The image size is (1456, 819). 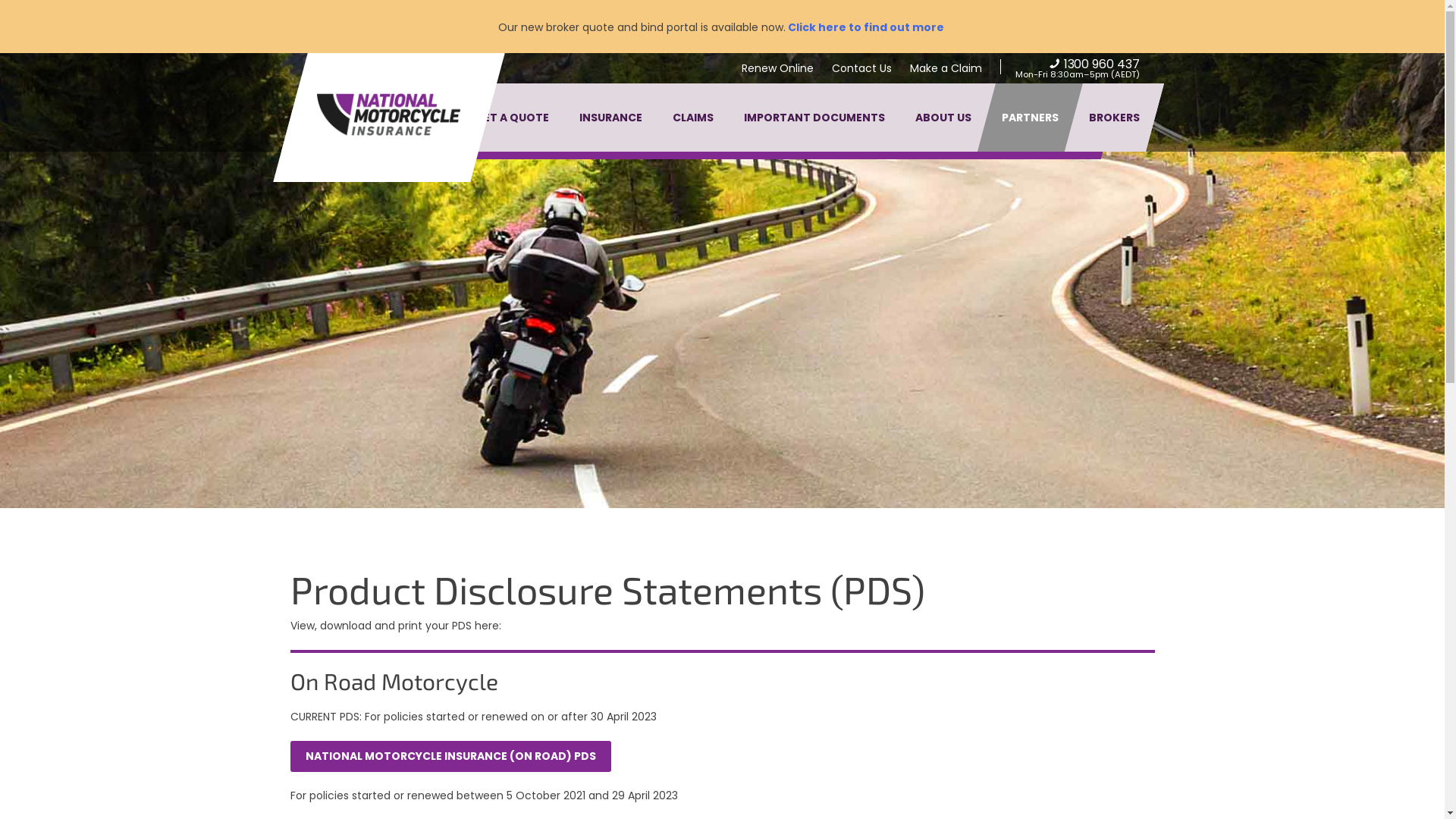 What do you see at coordinates (610, 116) in the screenshot?
I see `'INSURANCE'` at bounding box center [610, 116].